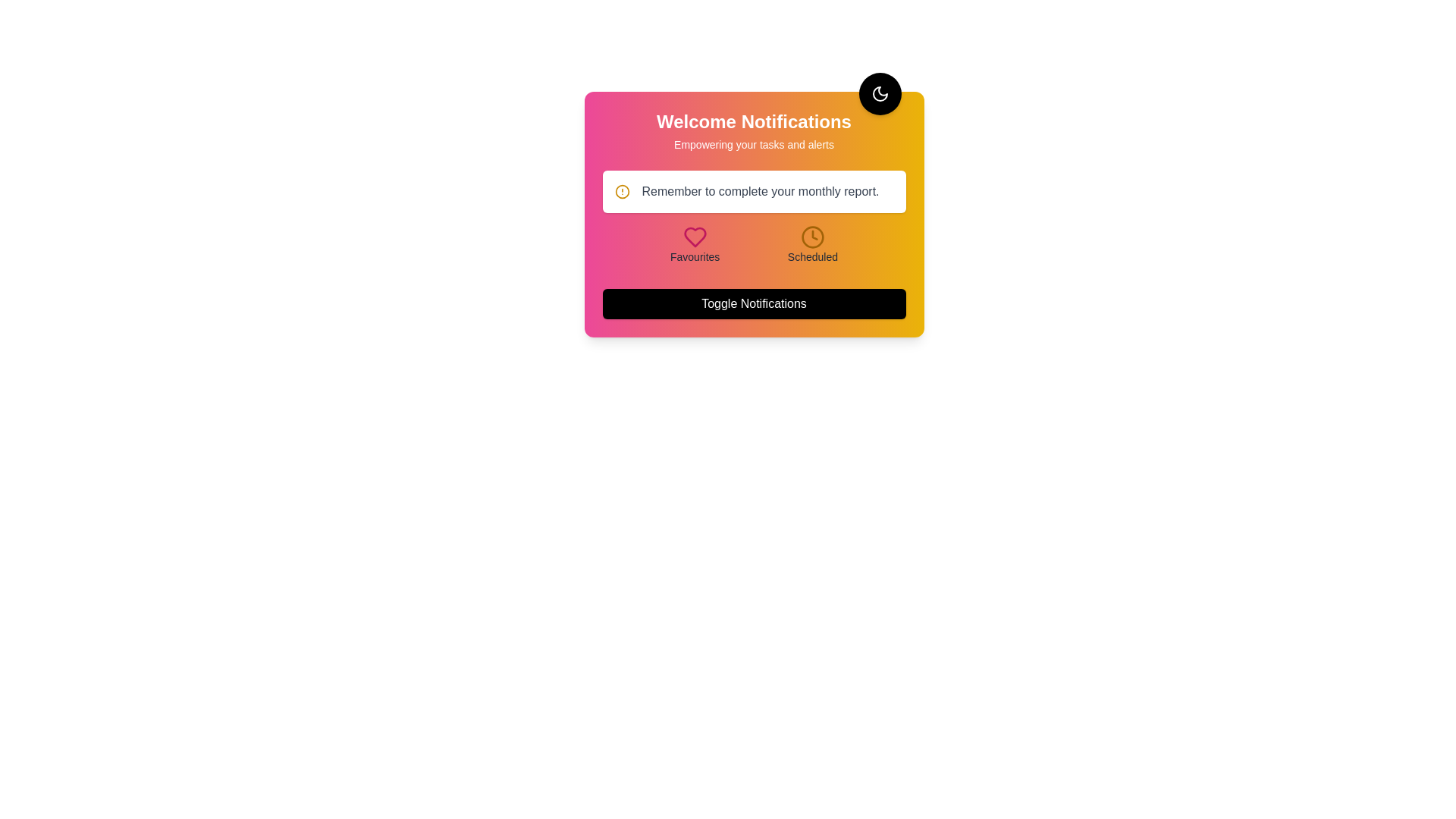  What do you see at coordinates (622, 191) in the screenshot?
I see `the circular yellow warning icon with an exclamation mark, which is located to the far left of the text block that reads 'Remember` at bounding box center [622, 191].